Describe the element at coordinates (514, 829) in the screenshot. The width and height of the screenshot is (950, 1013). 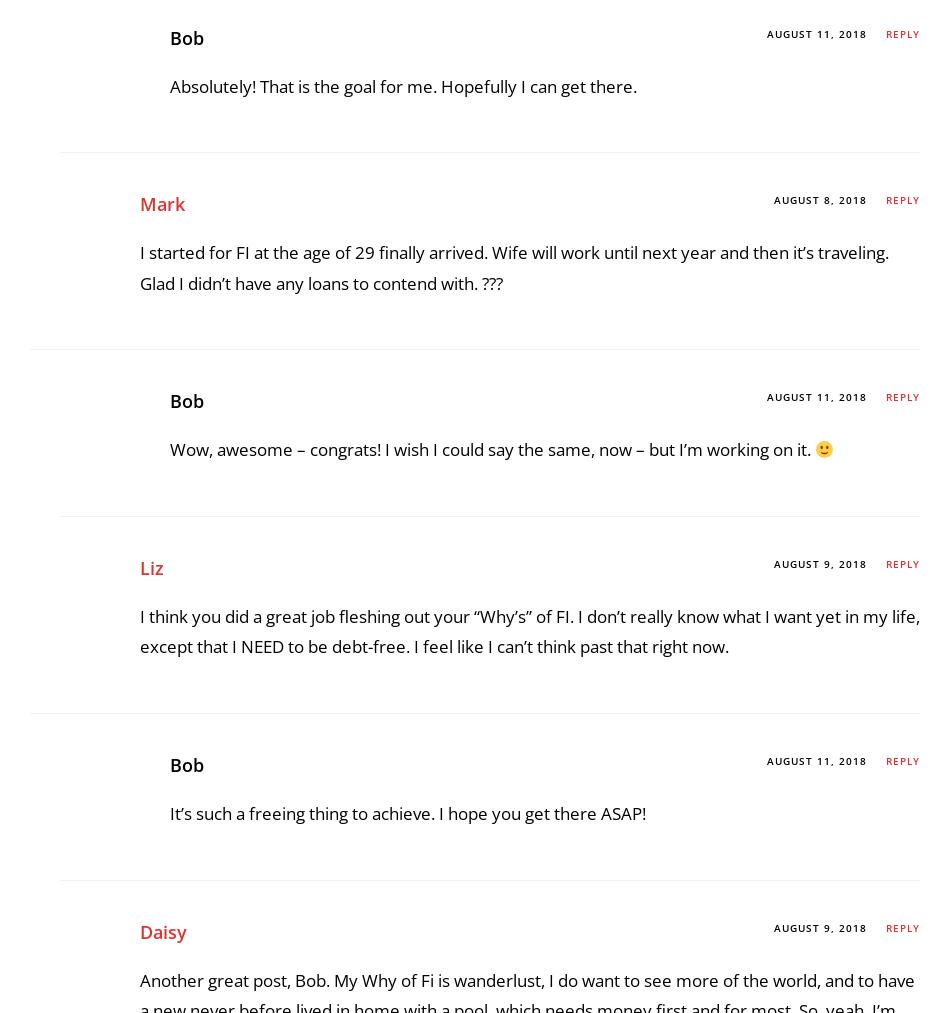
I see `'I started for FI at the age of 29 finally arrived.  Wife will work until next year and then it’s traveling.  Glad I didn’t have any loans to contend with.  ???'` at that location.